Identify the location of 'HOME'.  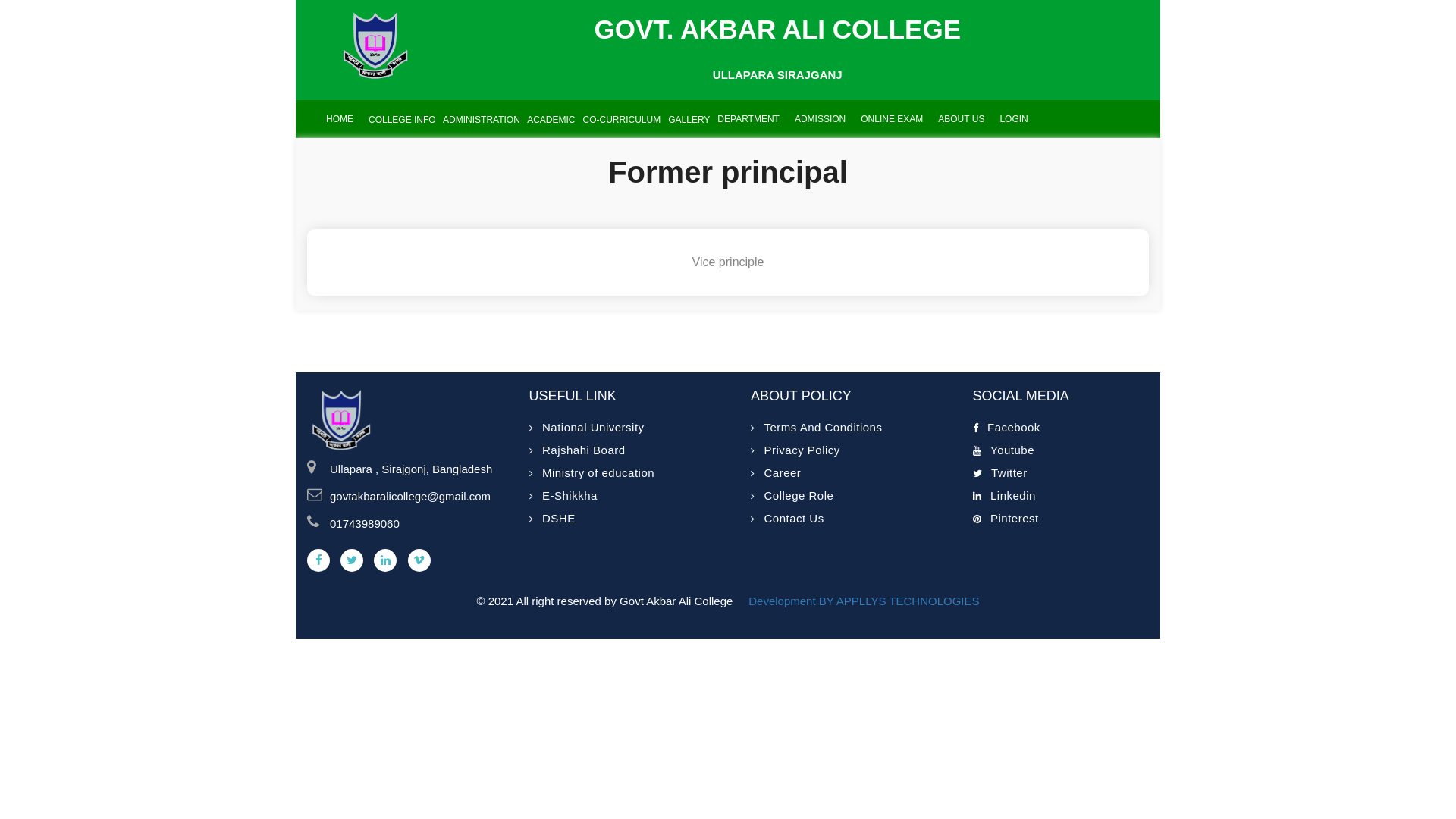
(338, 118).